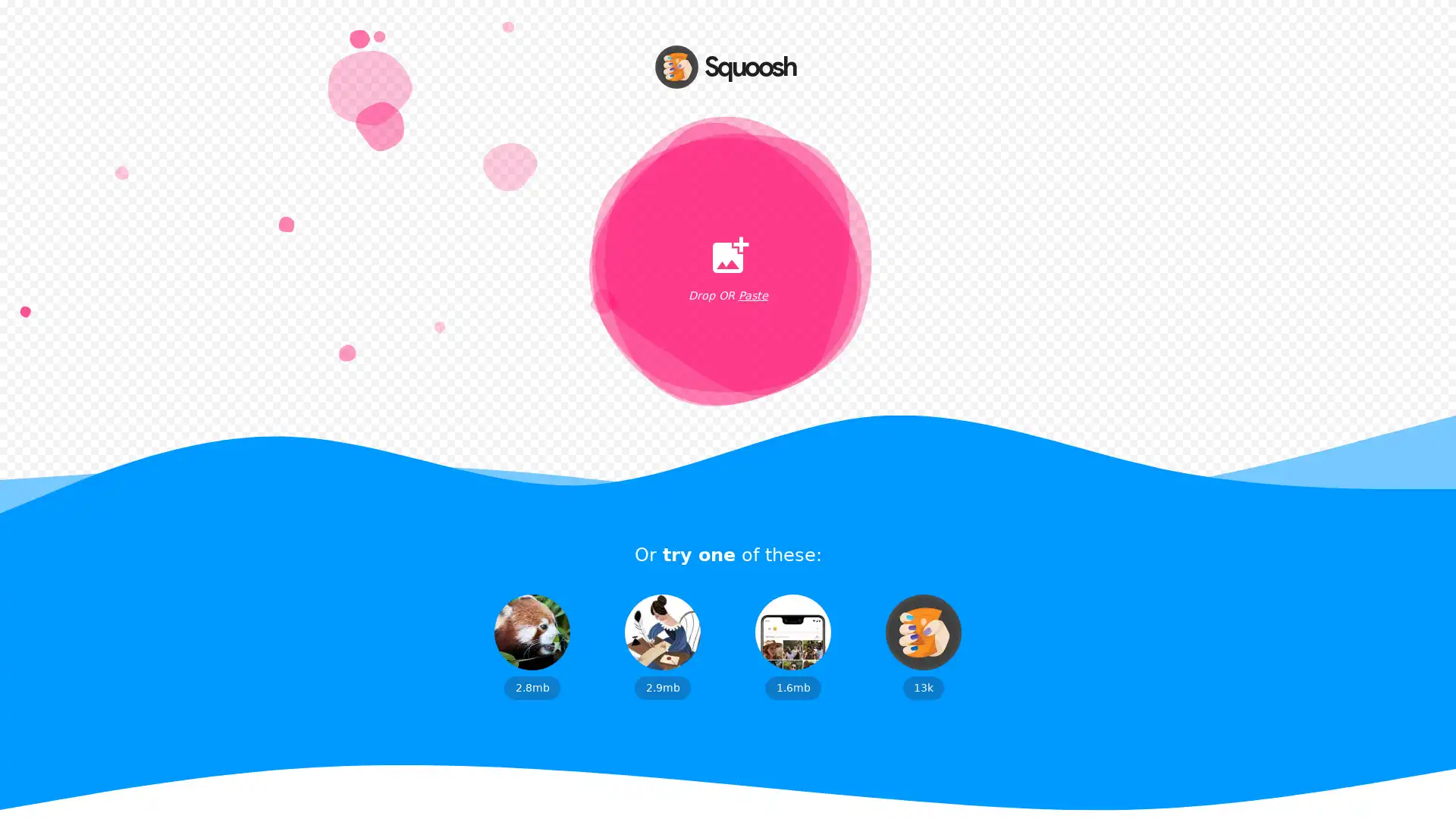 The image size is (1456, 819). I want to click on SVG icon 13k, so click(923, 646).